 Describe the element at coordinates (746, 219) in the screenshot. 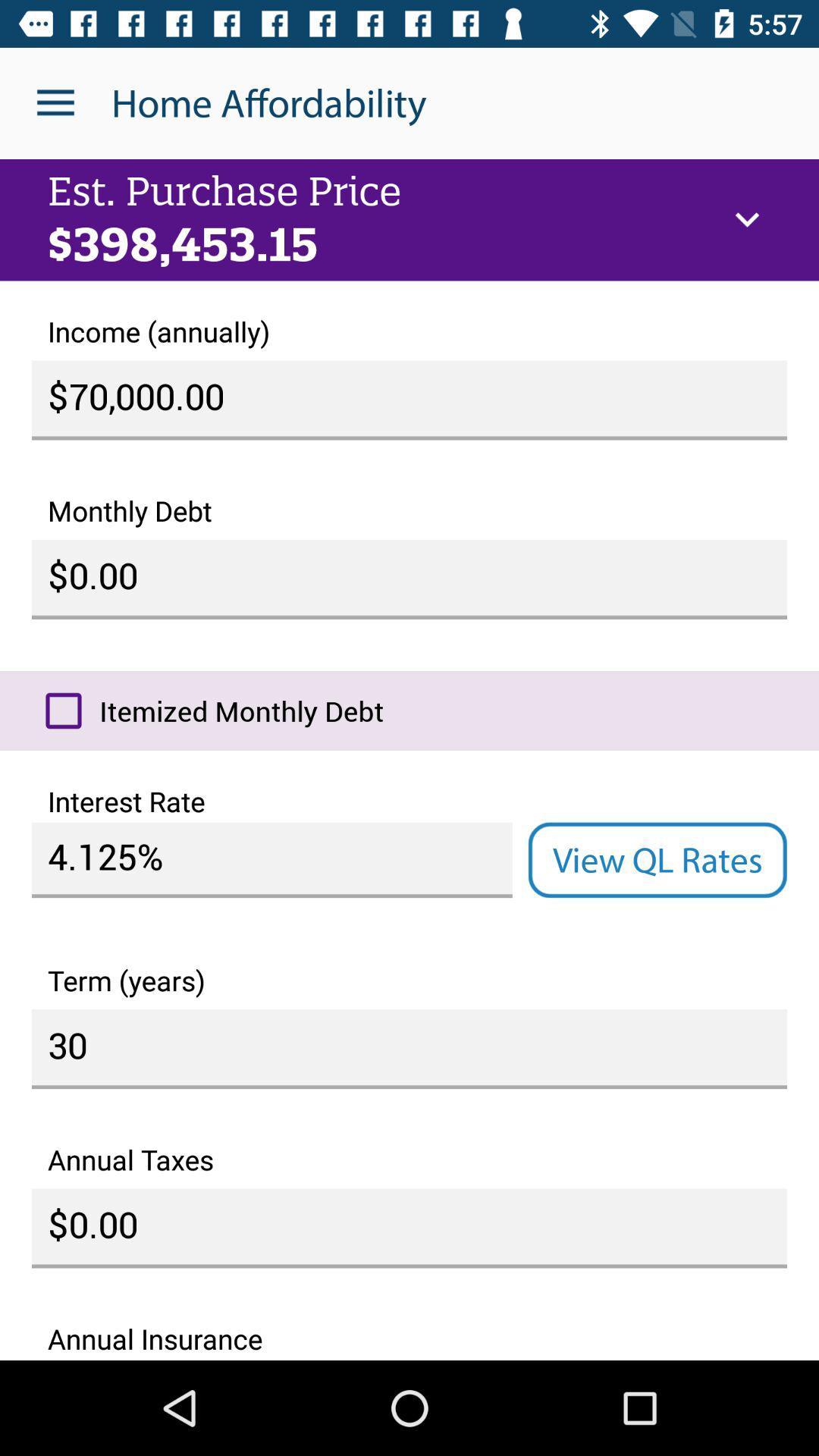

I see `the icon at the top right corner` at that location.